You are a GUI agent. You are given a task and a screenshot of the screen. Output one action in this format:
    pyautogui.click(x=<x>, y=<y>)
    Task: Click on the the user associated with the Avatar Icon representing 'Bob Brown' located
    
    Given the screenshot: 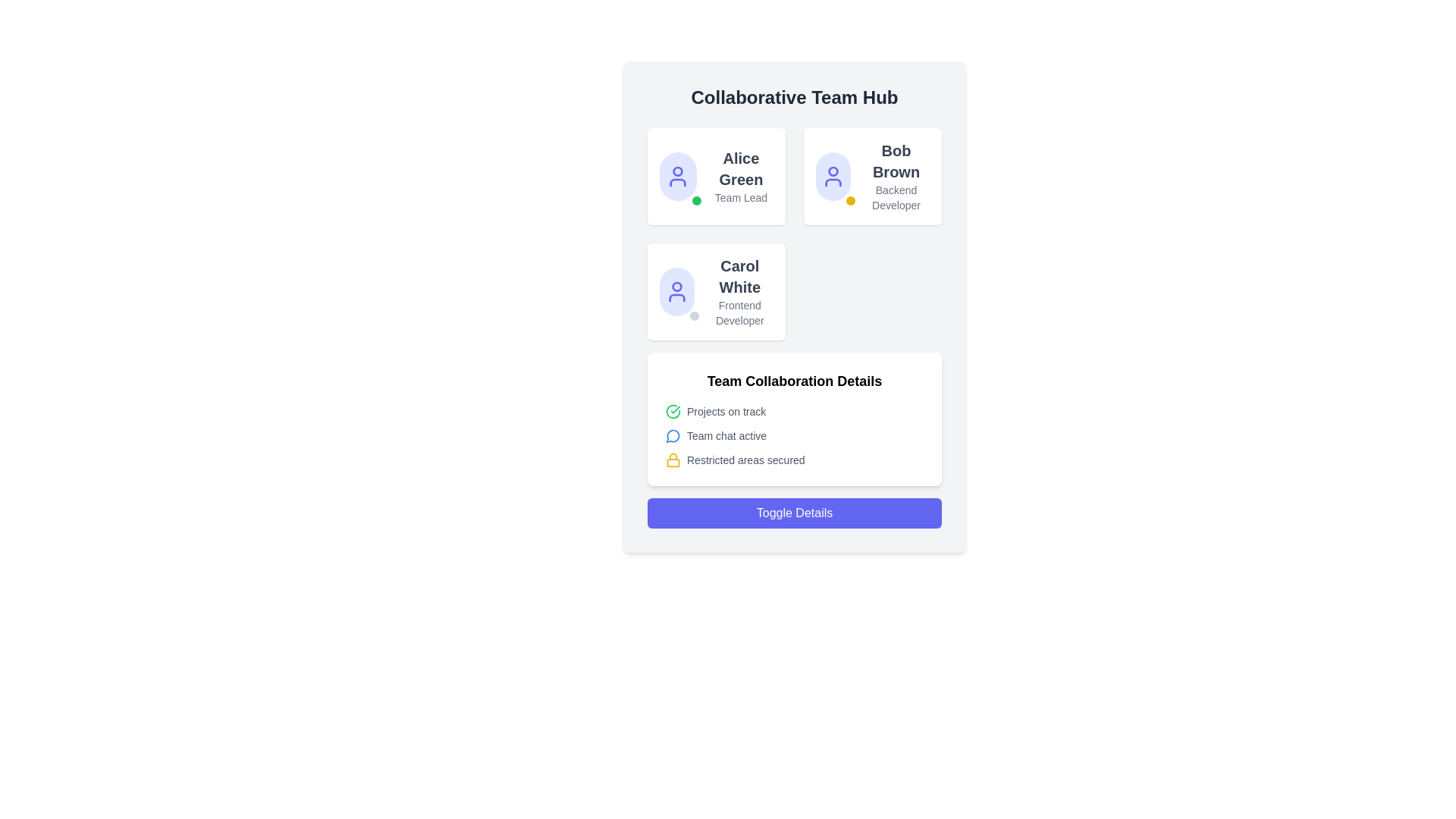 What is the action you would take?
    pyautogui.click(x=833, y=175)
    